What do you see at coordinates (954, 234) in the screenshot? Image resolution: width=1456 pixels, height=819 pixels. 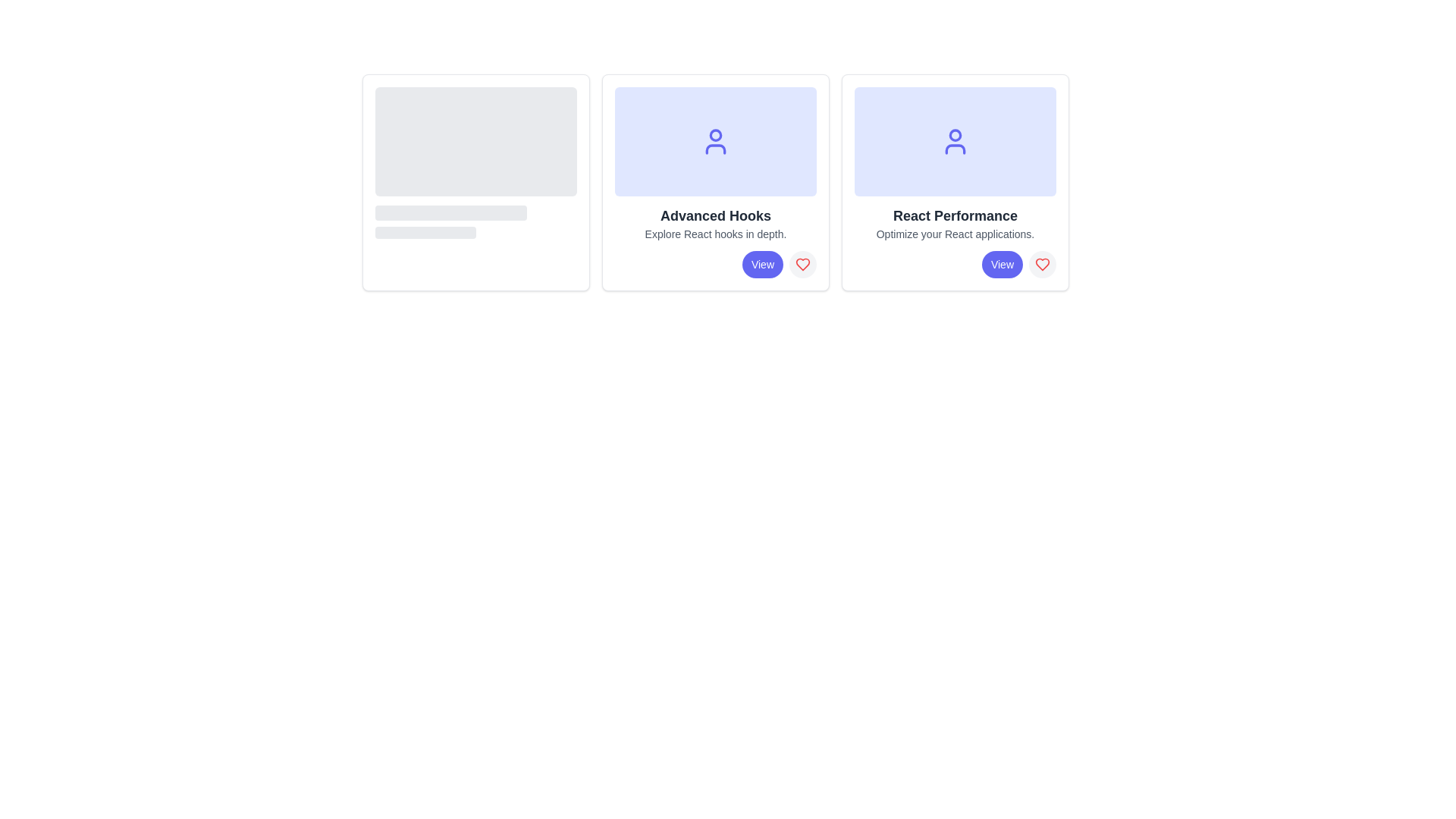 I see `the text display that provides a brief description related to the 'React Performance' topic, positioned below the title 'React Performance' and above the 'View' button in the third card` at bounding box center [954, 234].